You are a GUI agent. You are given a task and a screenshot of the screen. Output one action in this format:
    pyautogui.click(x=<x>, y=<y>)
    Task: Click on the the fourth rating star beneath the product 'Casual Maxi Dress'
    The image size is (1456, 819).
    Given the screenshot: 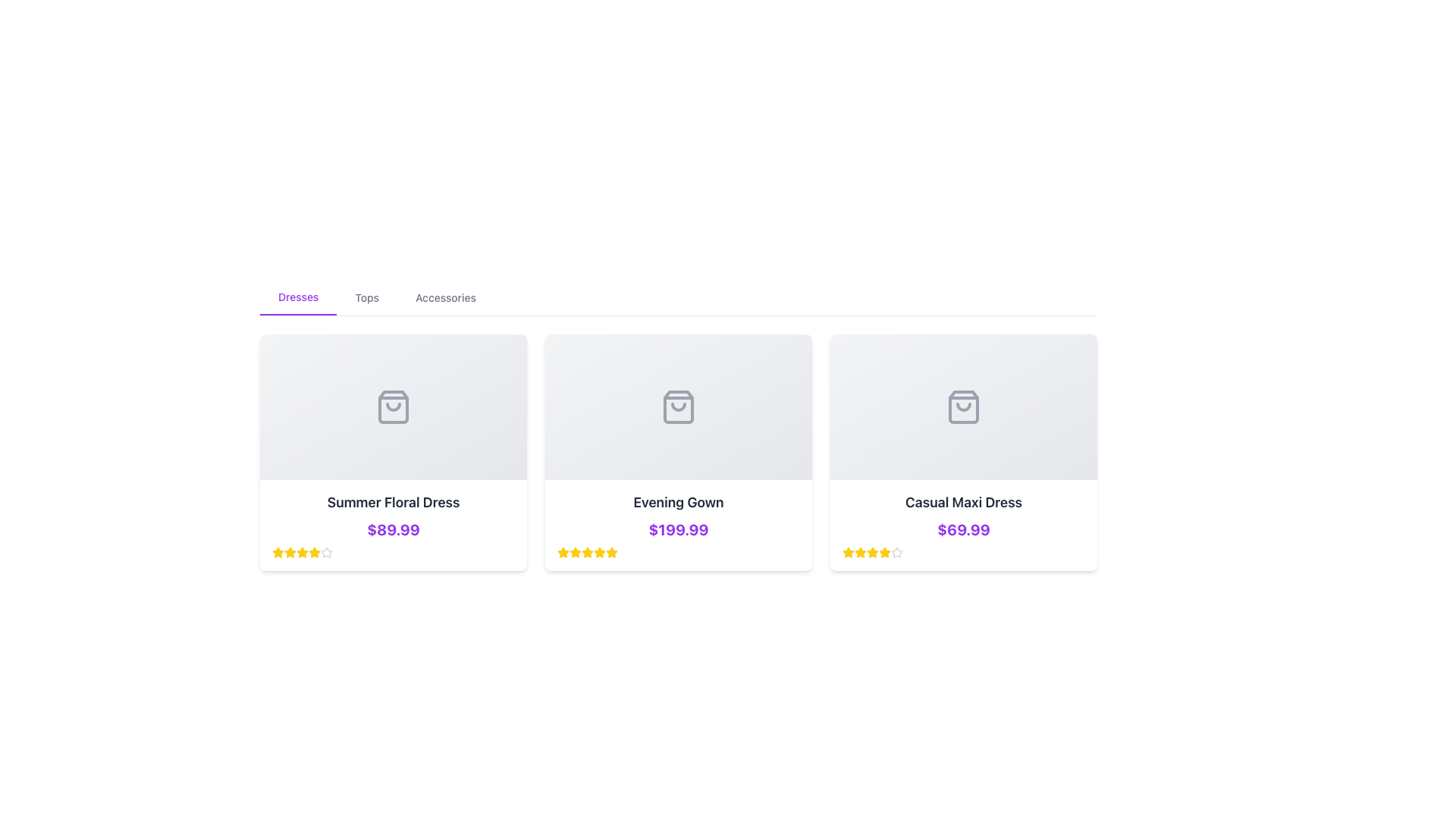 What is the action you would take?
    pyautogui.click(x=884, y=552)
    